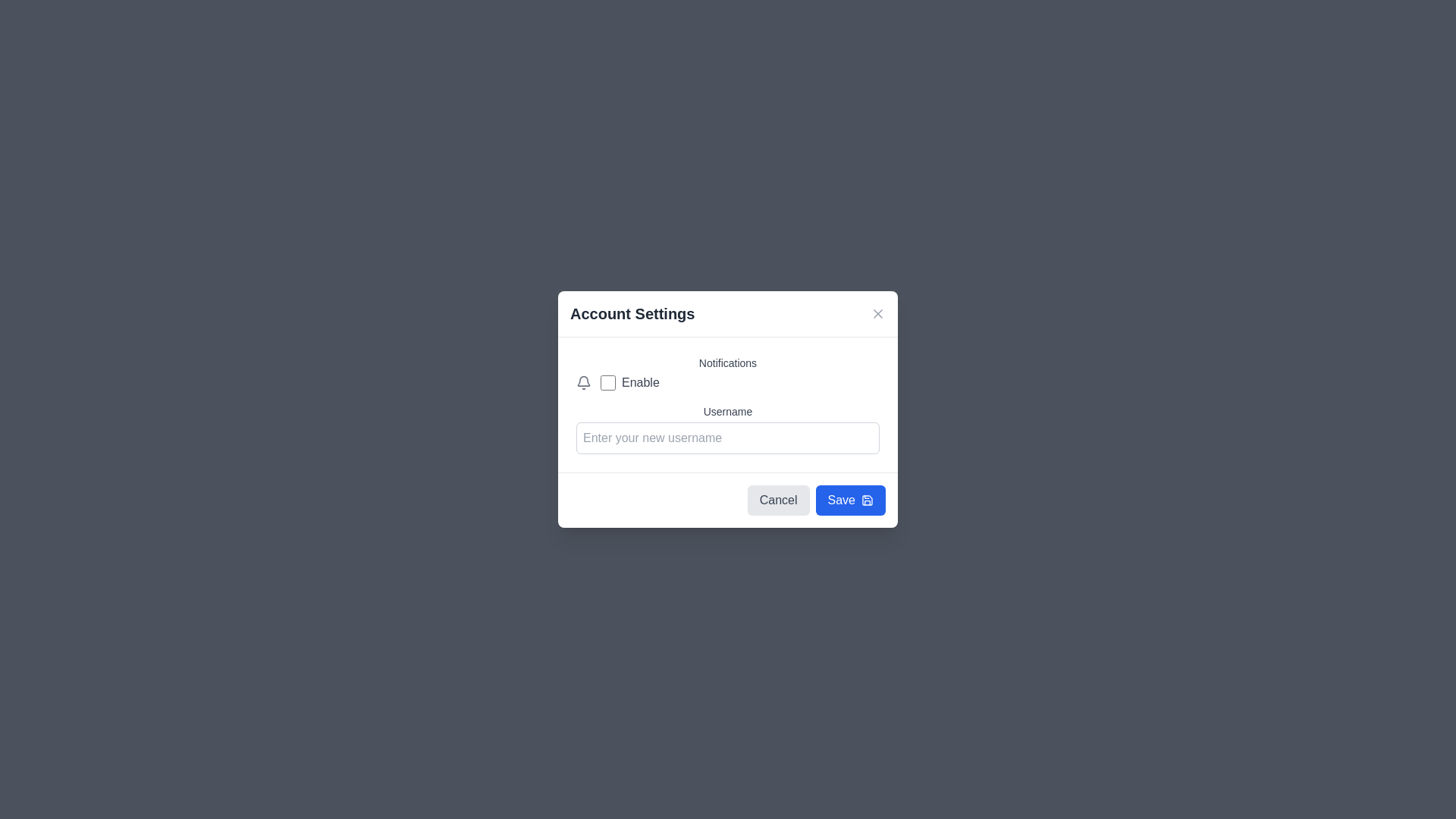 The image size is (1456, 819). What do you see at coordinates (850, 500) in the screenshot?
I see `the 'Save' button with a blue background and white text, located in the lower right corner of the 'Account Settings' pop-up dialogue box` at bounding box center [850, 500].